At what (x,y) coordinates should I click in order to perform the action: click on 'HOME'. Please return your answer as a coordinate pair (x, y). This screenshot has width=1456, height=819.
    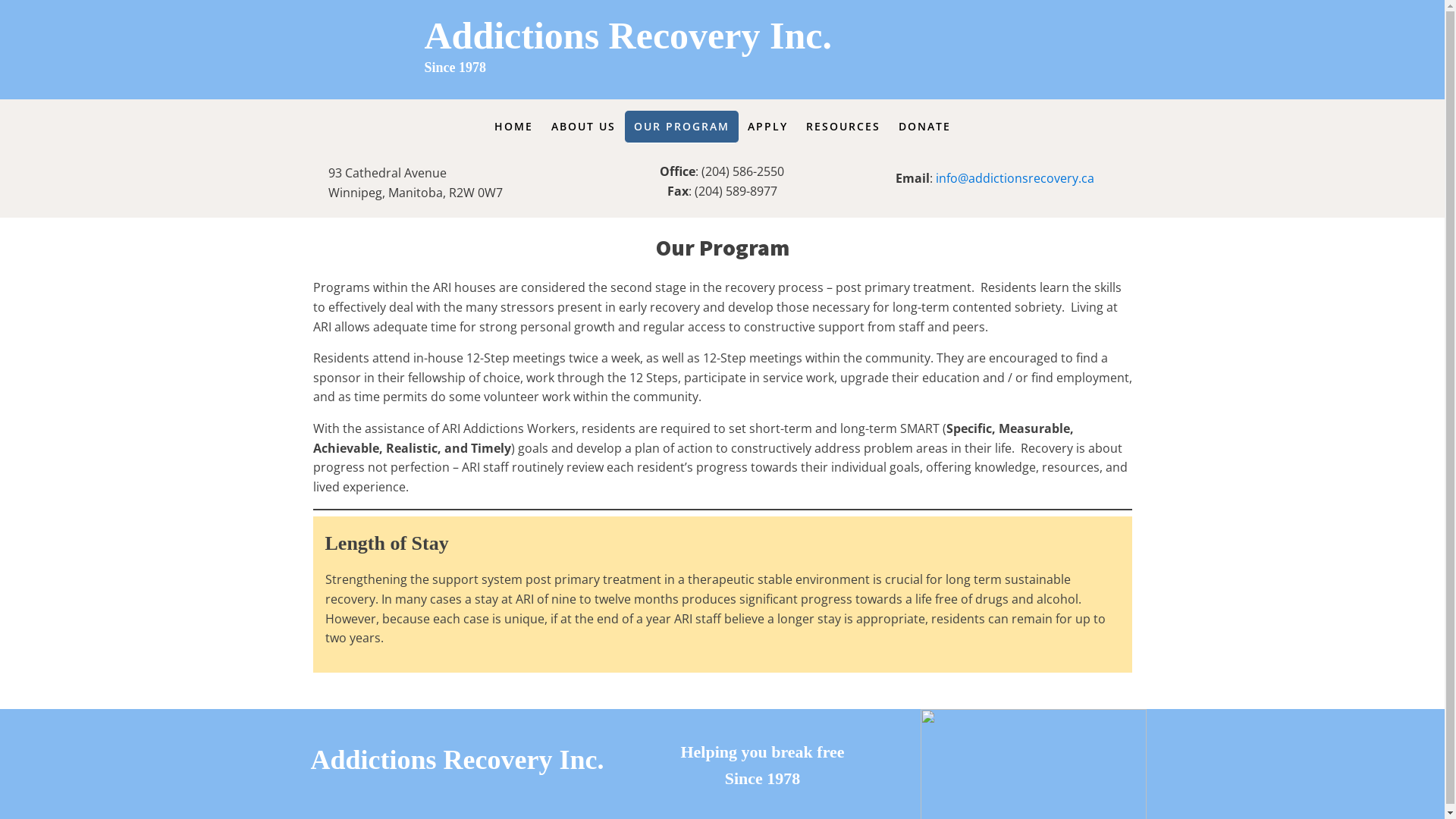
    Looking at the image, I should click on (513, 126).